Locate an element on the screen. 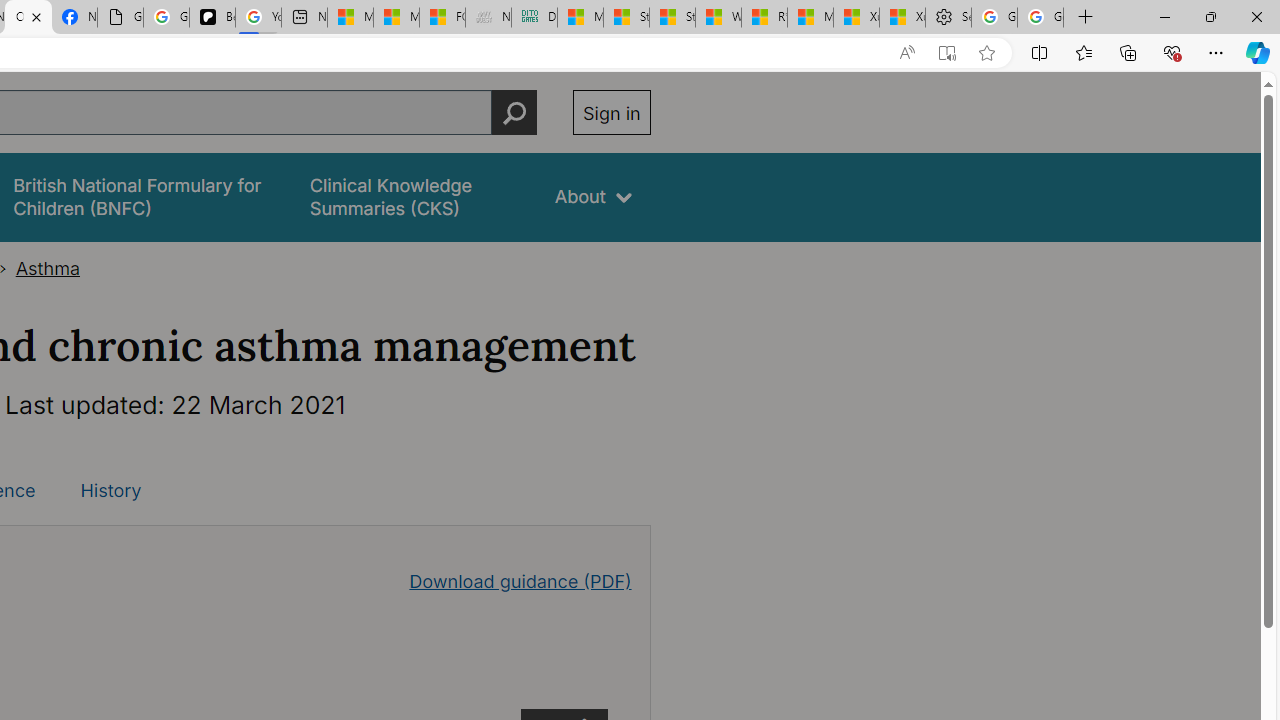  'Asthma' is located at coordinates (48, 268).